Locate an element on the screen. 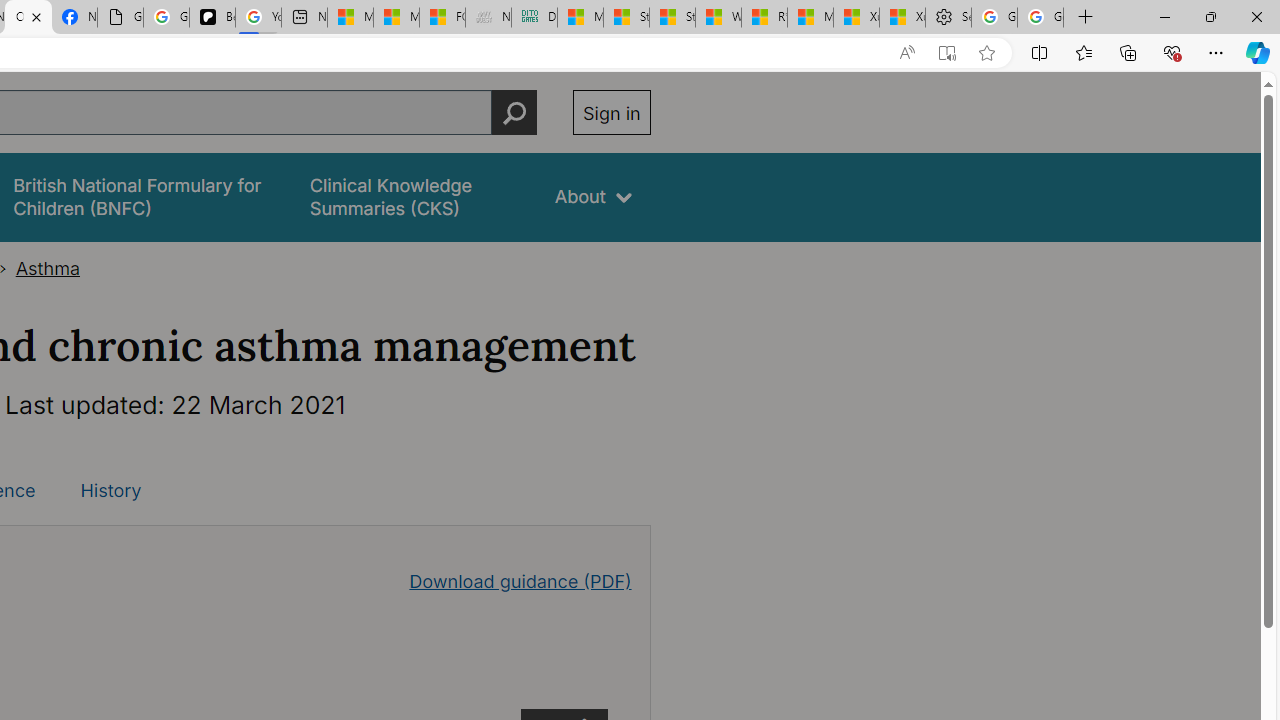  'Asthma' is located at coordinates (48, 268).